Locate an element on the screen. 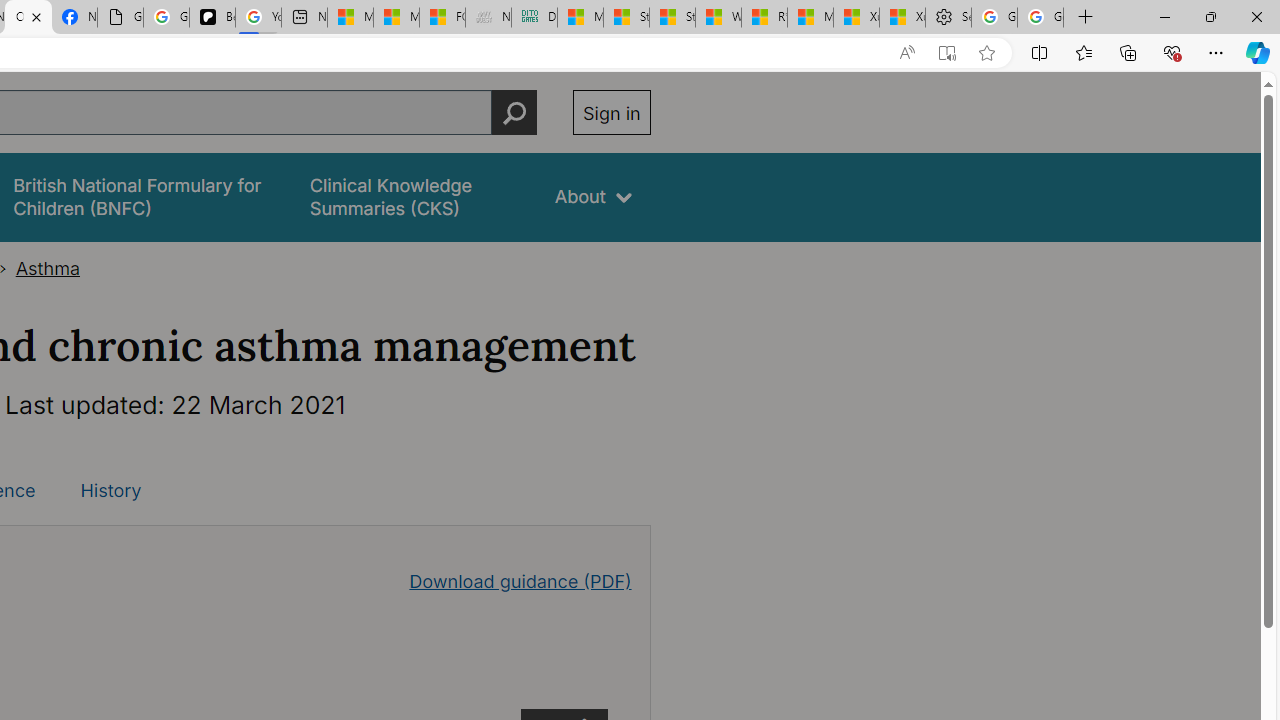  'Asthma' is located at coordinates (48, 268).